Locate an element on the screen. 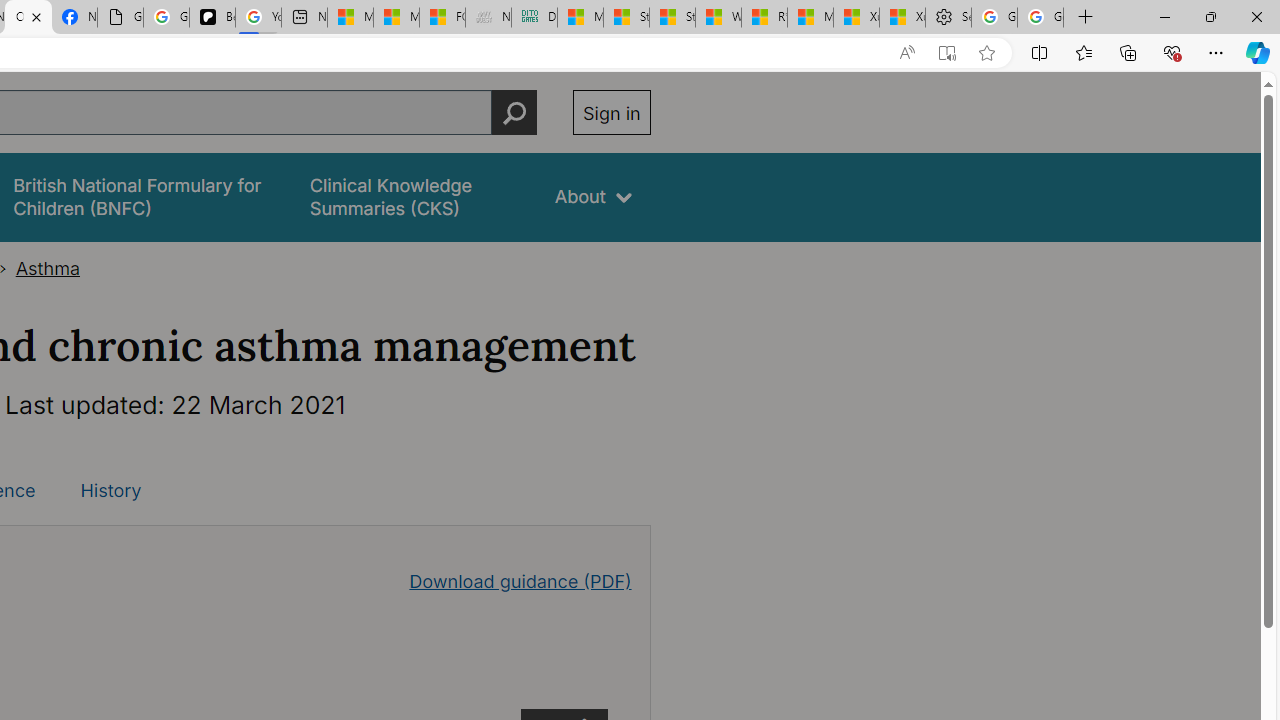  'Asthma' is located at coordinates (48, 268).